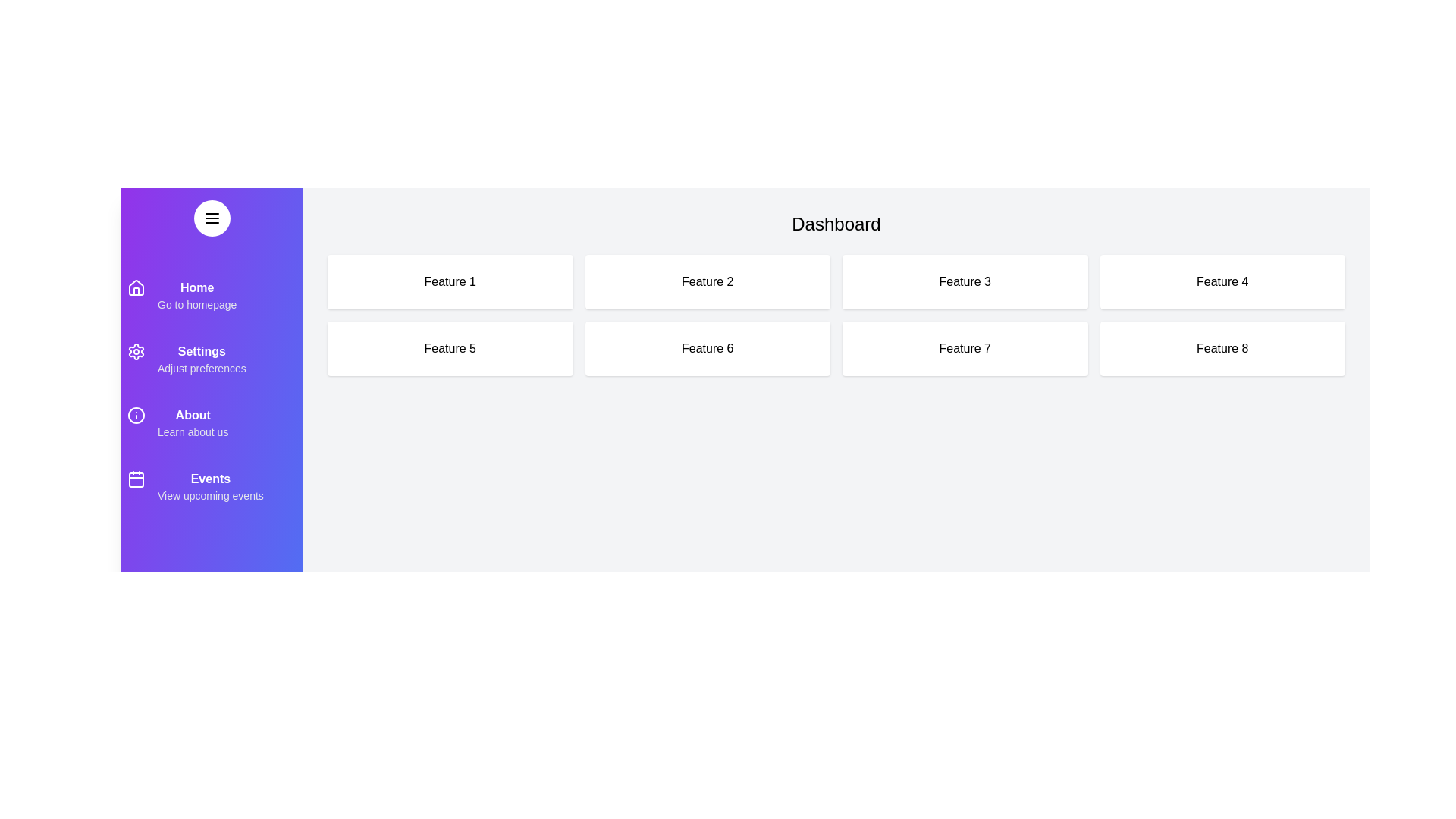 The image size is (1456, 819). Describe the element at coordinates (211, 295) in the screenshot. I see `the menu item Home` at that location.